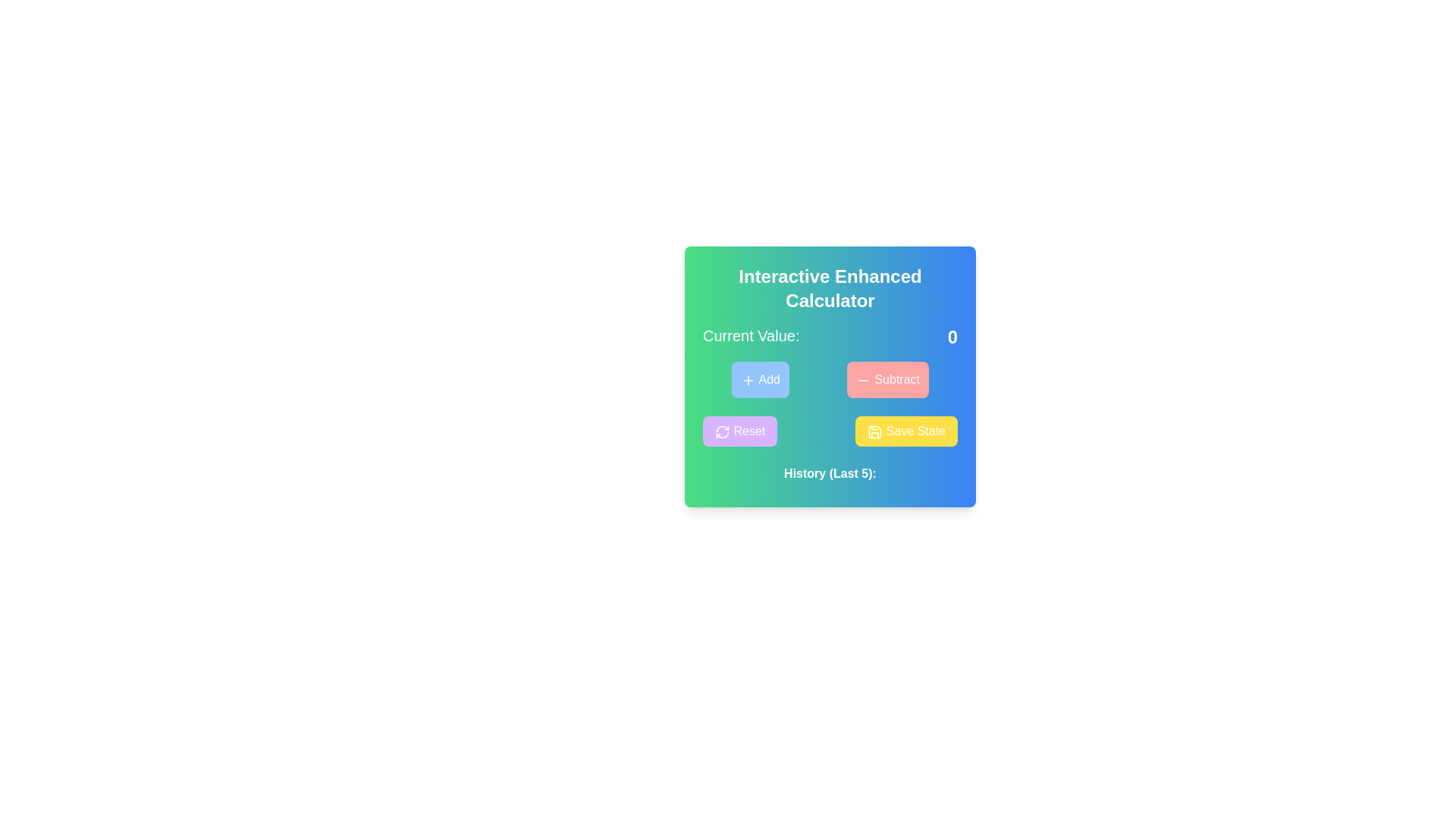 This screenshot has height=819, width=1456. Describe the element at coordinates (888, 379) in the screenshot. I see `the subtraction button, which is the second button in a row of two buttons positioned to the right of the 'Add' button in the calculator interface, to observe any interactive effects` at that location.